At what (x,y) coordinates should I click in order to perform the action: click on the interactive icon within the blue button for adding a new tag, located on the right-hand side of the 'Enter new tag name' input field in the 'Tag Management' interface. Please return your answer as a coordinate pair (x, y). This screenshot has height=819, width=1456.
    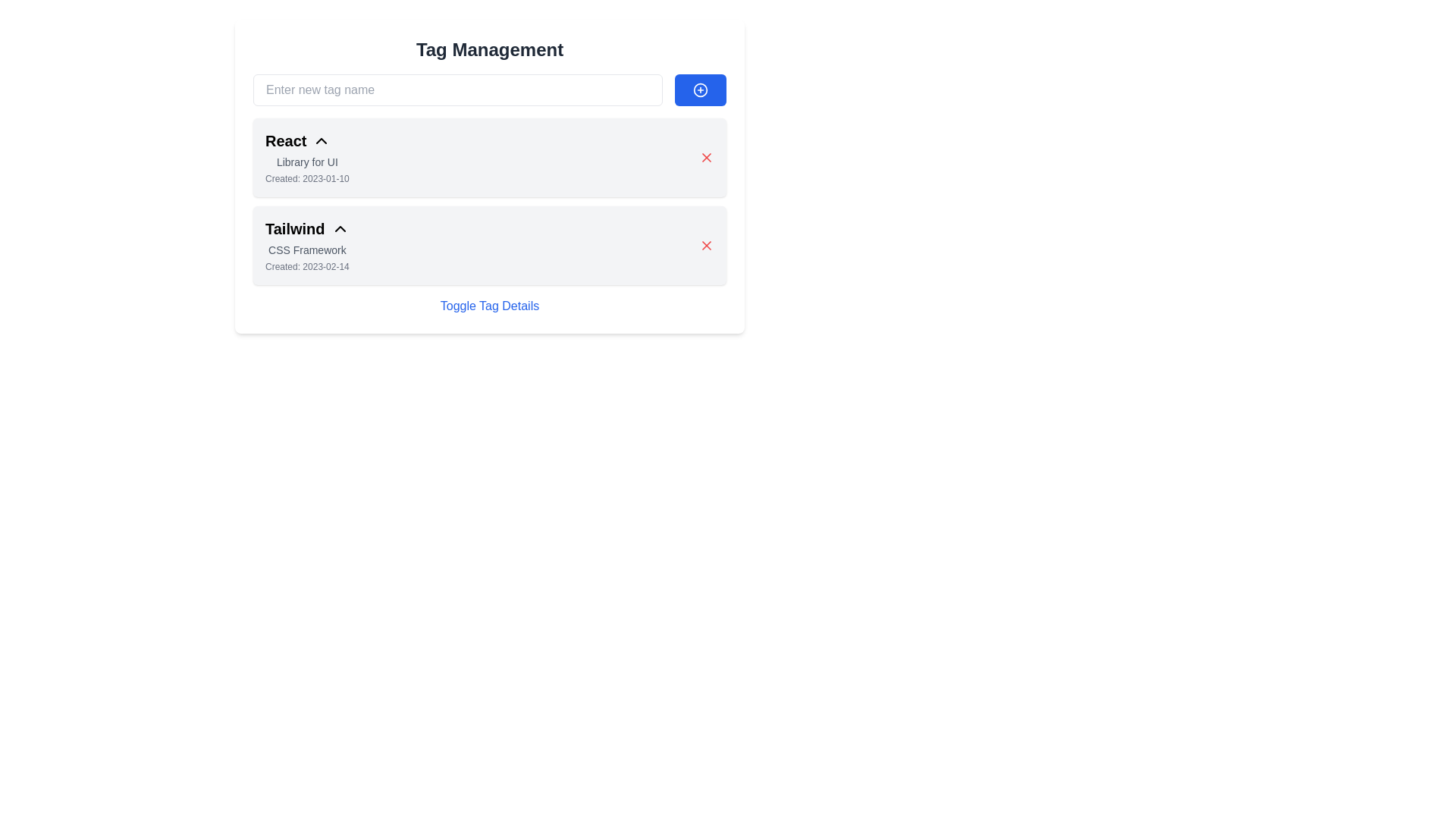
    Looking at the image, I should click on (700, 90).